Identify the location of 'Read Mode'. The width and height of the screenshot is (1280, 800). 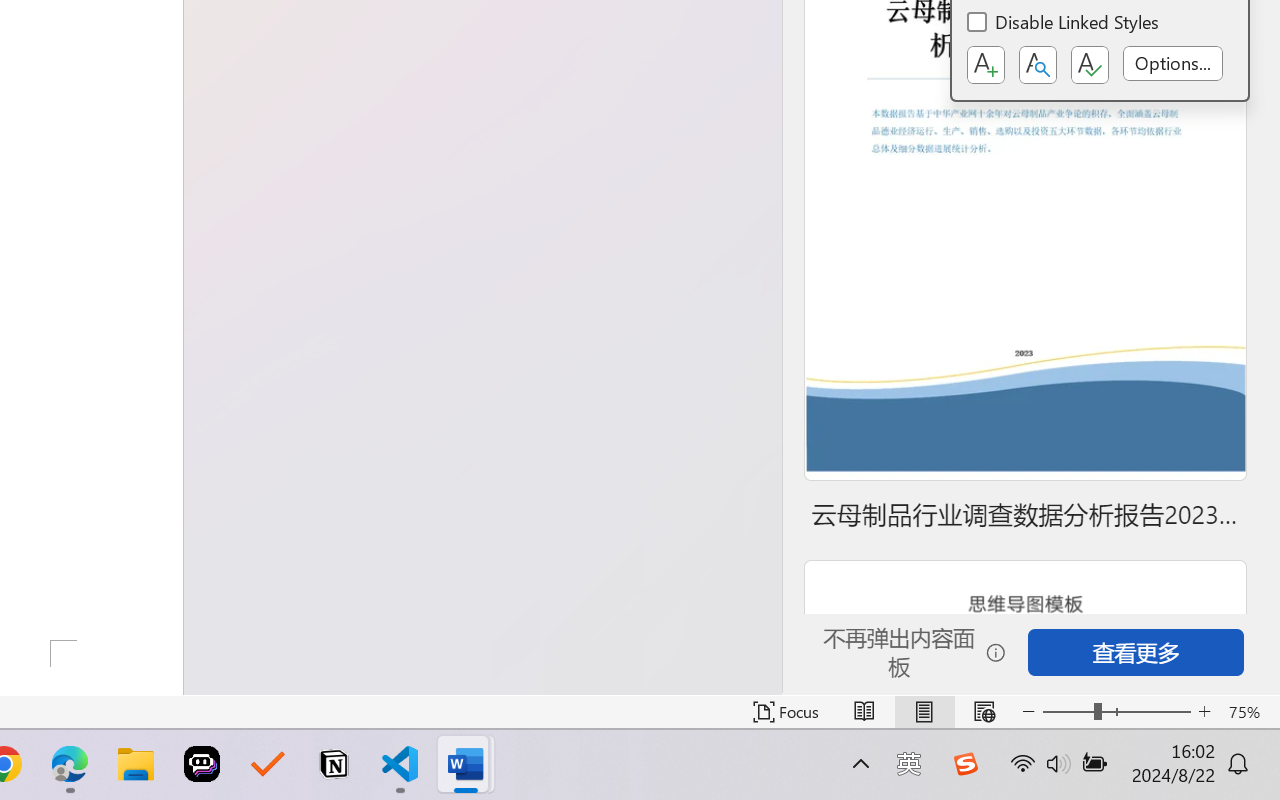
(864, 711).